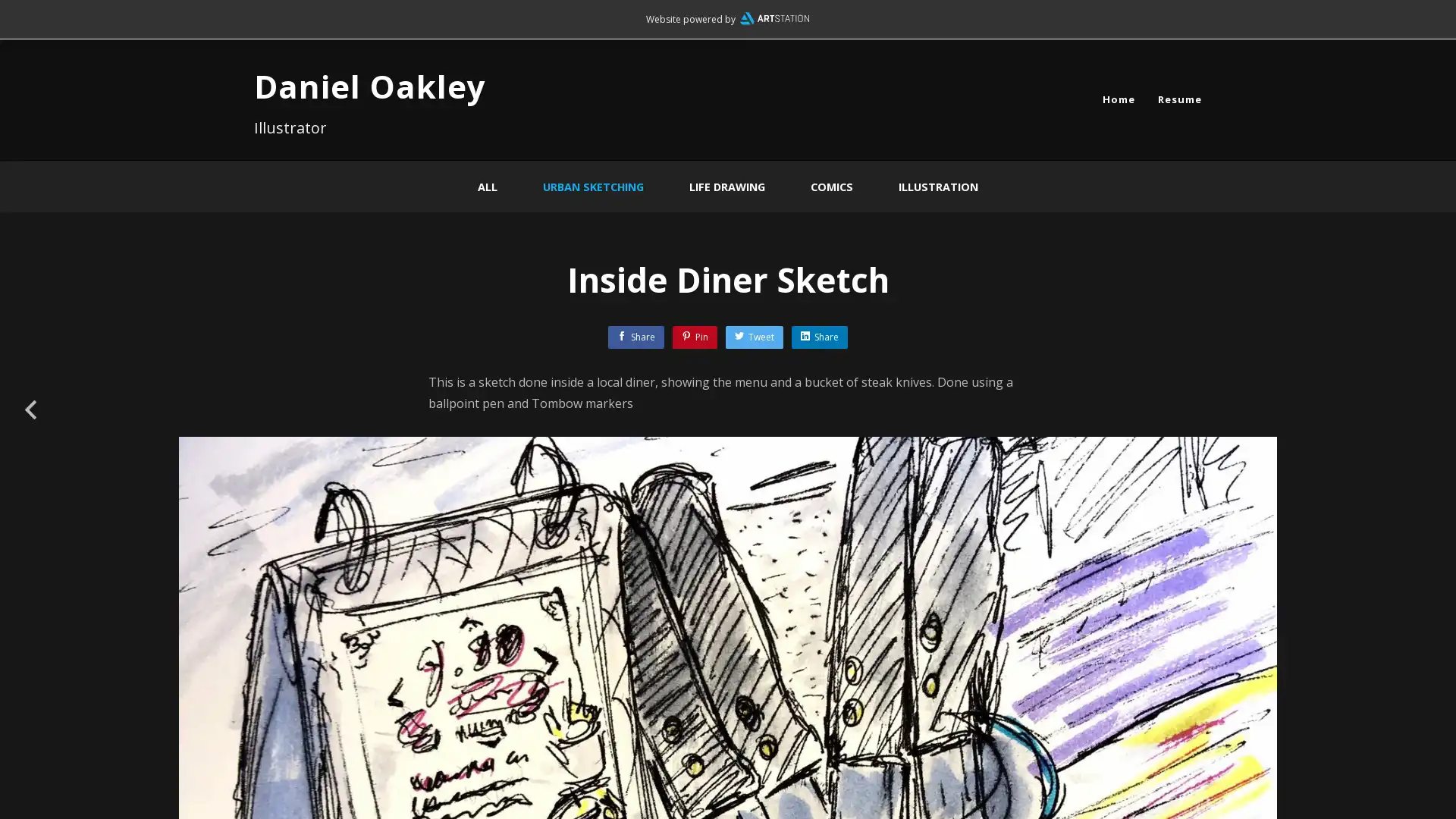  I want to click on Share, so click(818, 336).